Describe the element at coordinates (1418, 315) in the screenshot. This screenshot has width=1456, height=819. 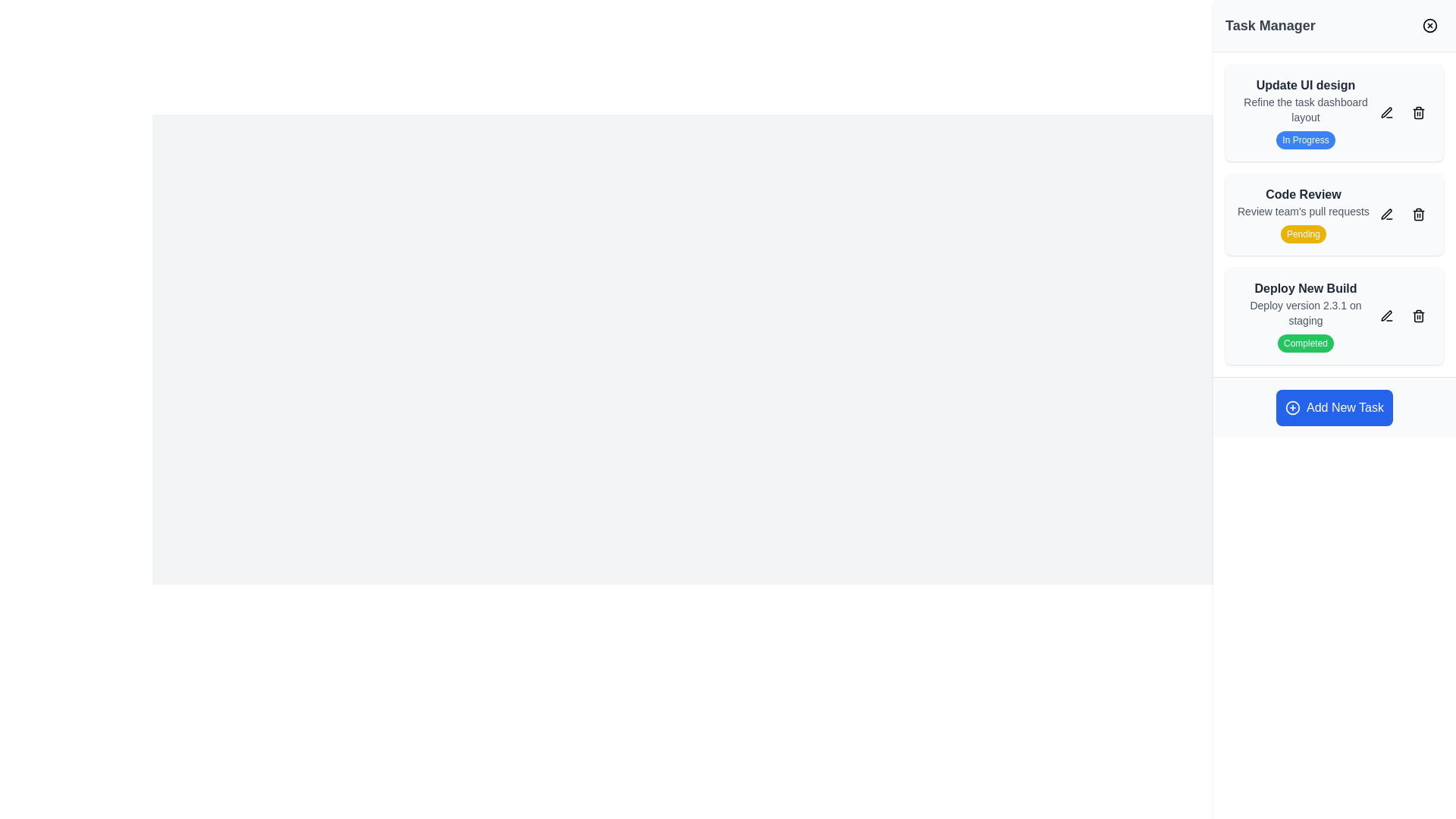
I see `the trash bin button in the 'Deploy New Build' task card within the 'Task Manager' panel` at that location.